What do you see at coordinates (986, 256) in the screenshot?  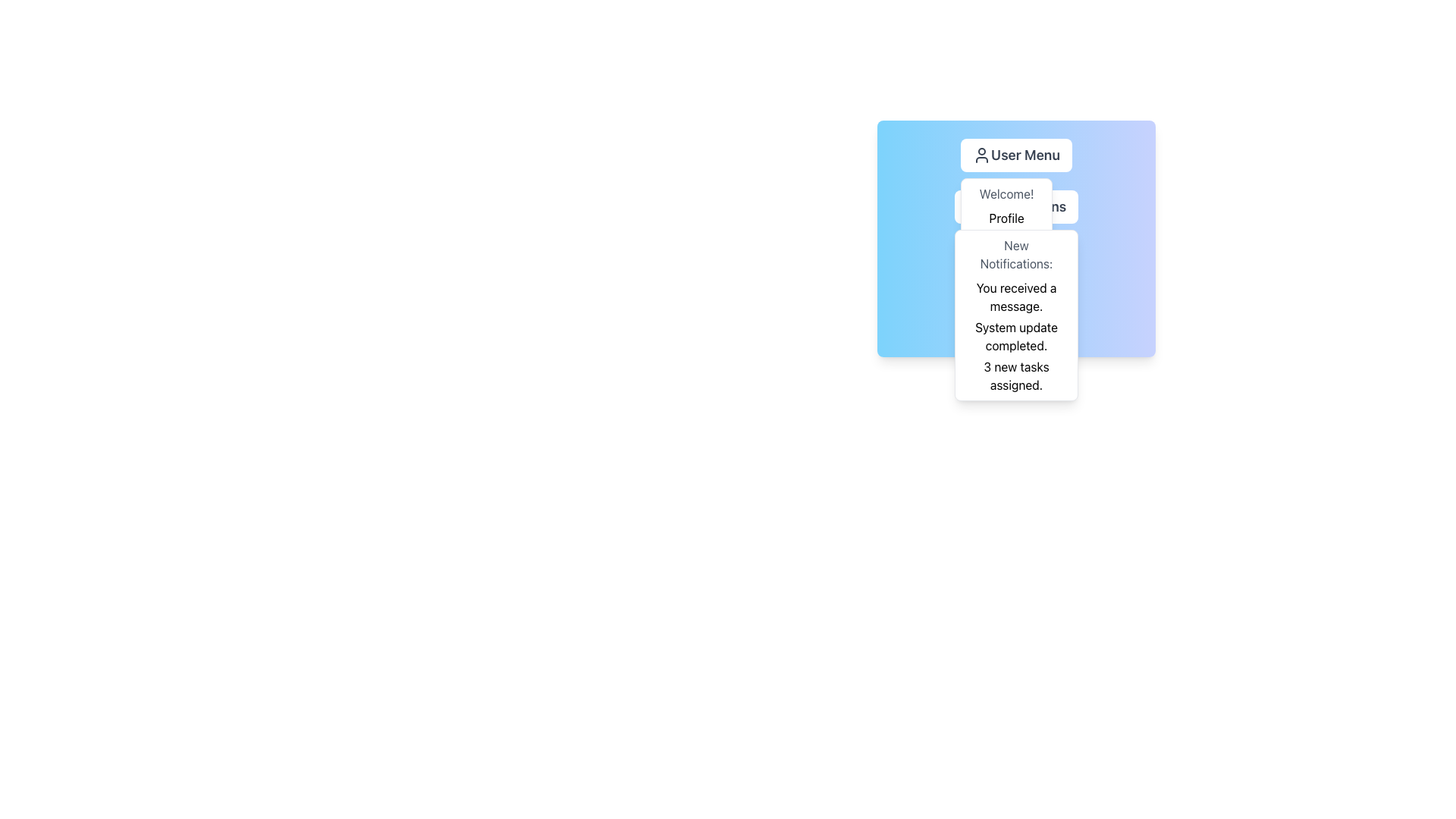 I see `the green speech bubble icon within the 'Contact Support' section` at bounding box center [986, 256].